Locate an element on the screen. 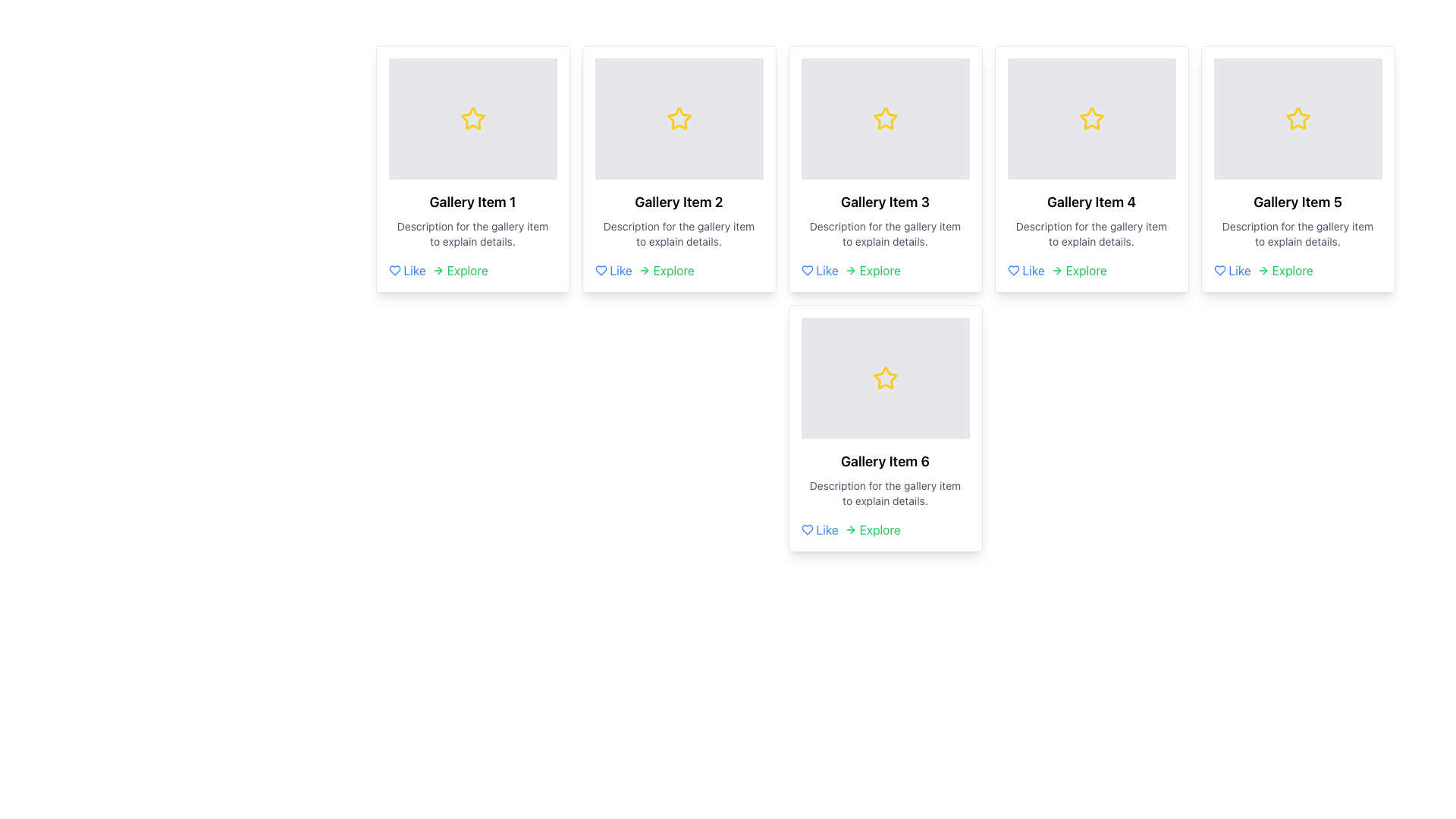 This screenshot has height=819, width=1456. the heart icon located to the left of the text 'Like' in the action section of the card labeled 'Gallery Item 3' to like the item is located at coordinates (806, 270).